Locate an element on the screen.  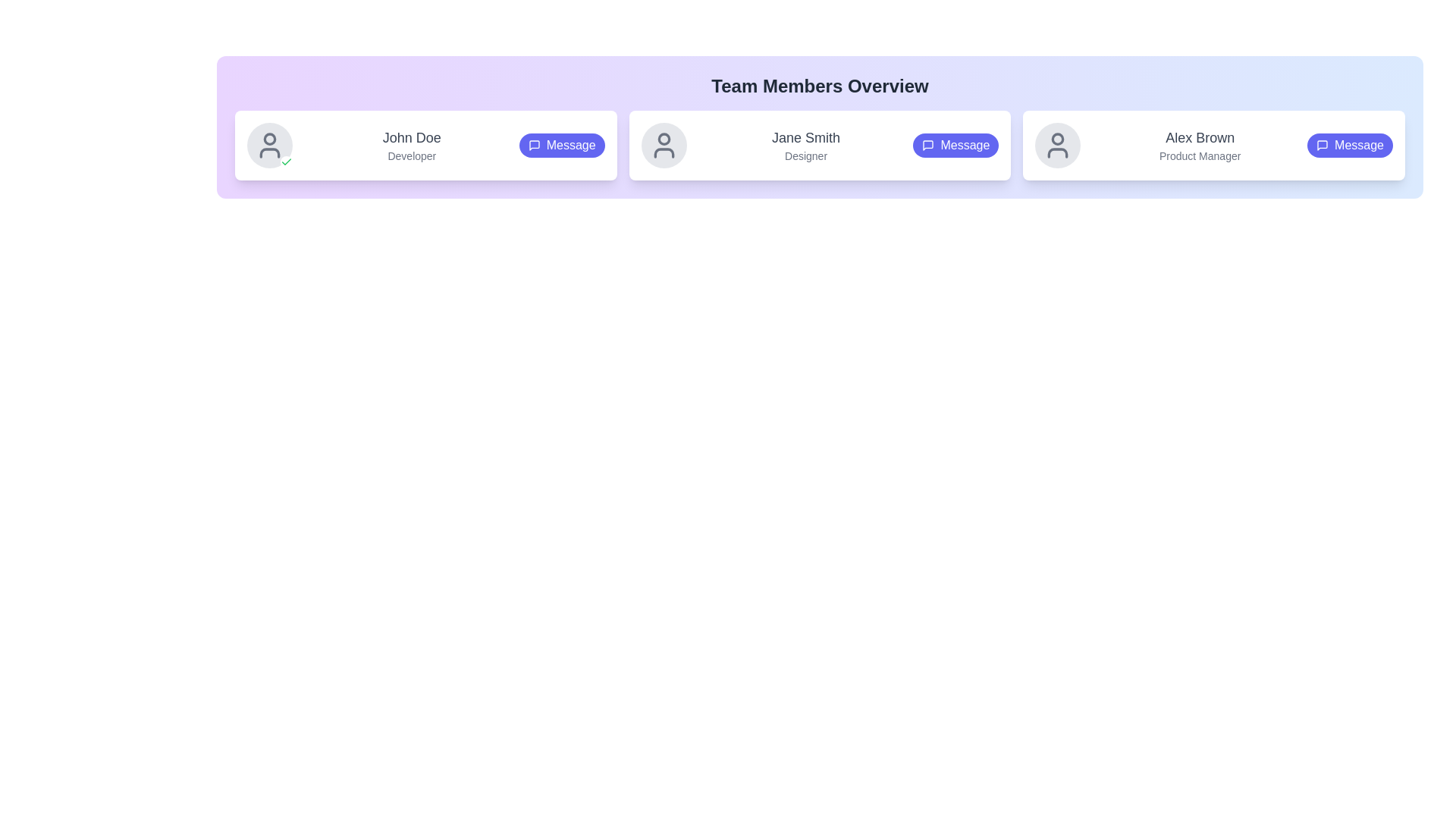
the profile or avatar icon located in the upper-left corner of the card labeled 'Jane Smith' and 'Designer' is located at coordinates (664, 146).